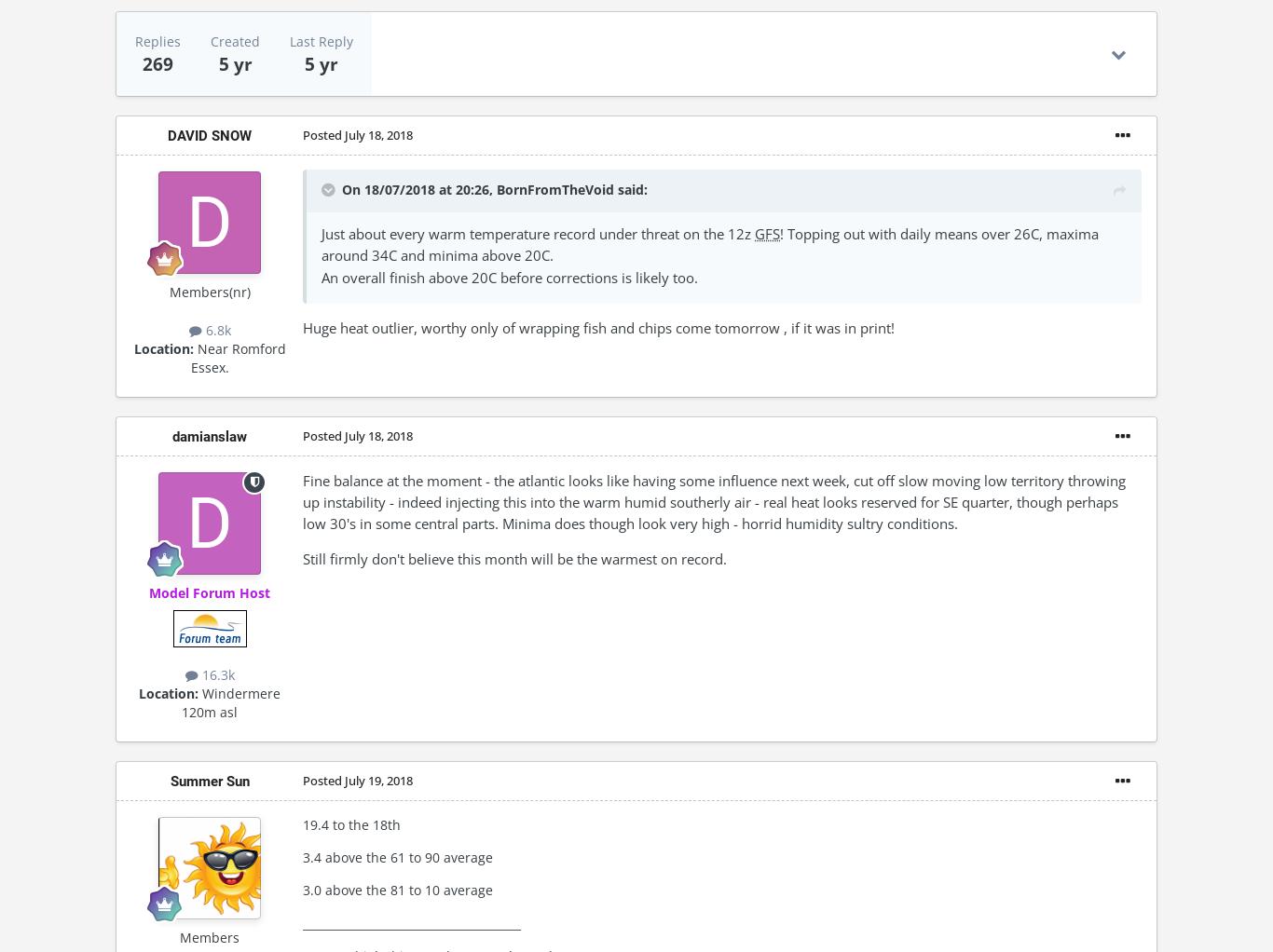 This screenshot has width=1273, height=952. I want to click on 'Huge heat outlier, worthy only of wrapping fish and chips come tomorrow , if it was in print!', so click(597, 326).